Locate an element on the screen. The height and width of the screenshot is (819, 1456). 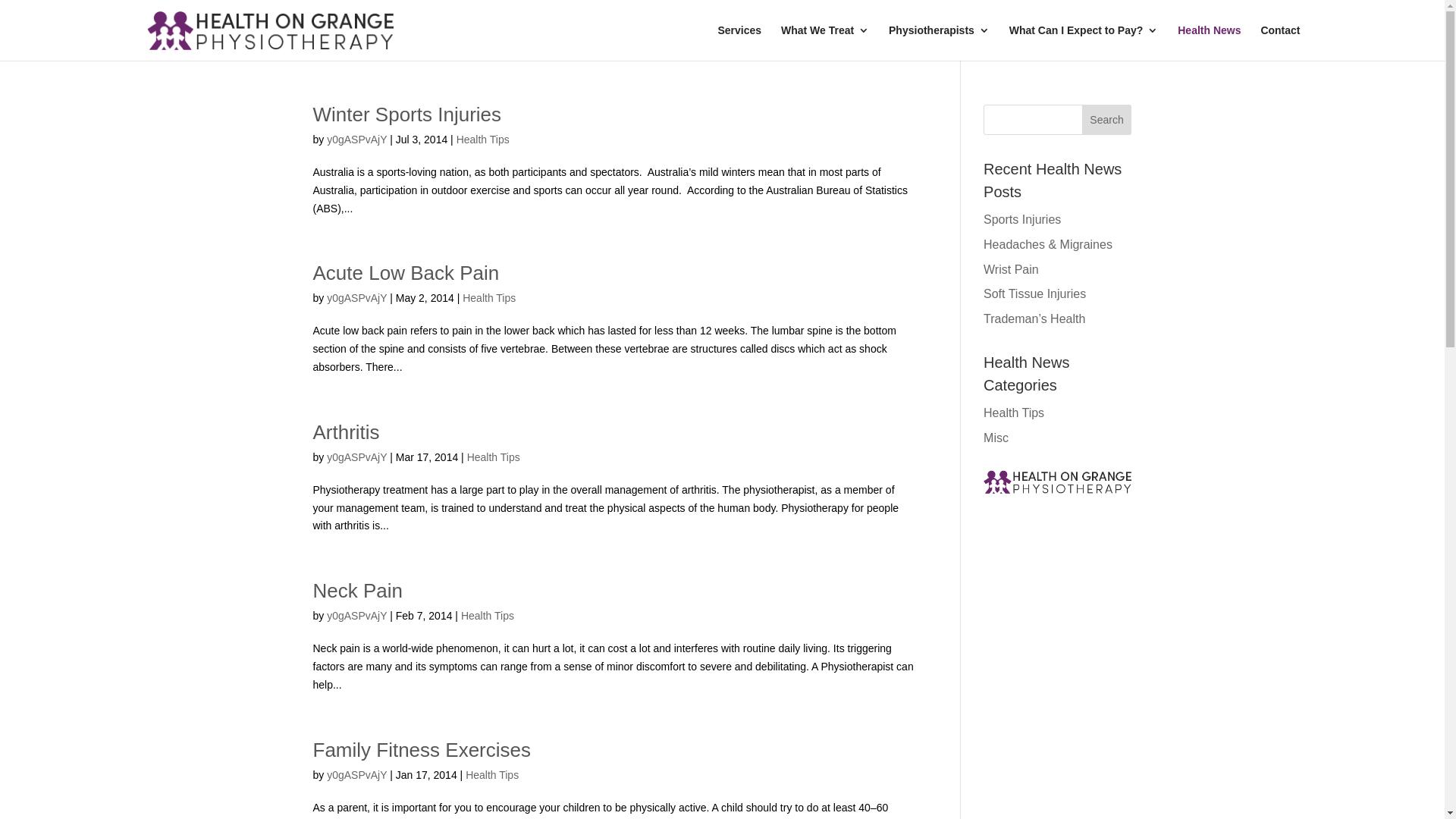
'Headaches & Migraines' is located at coordinates (1047, 243).